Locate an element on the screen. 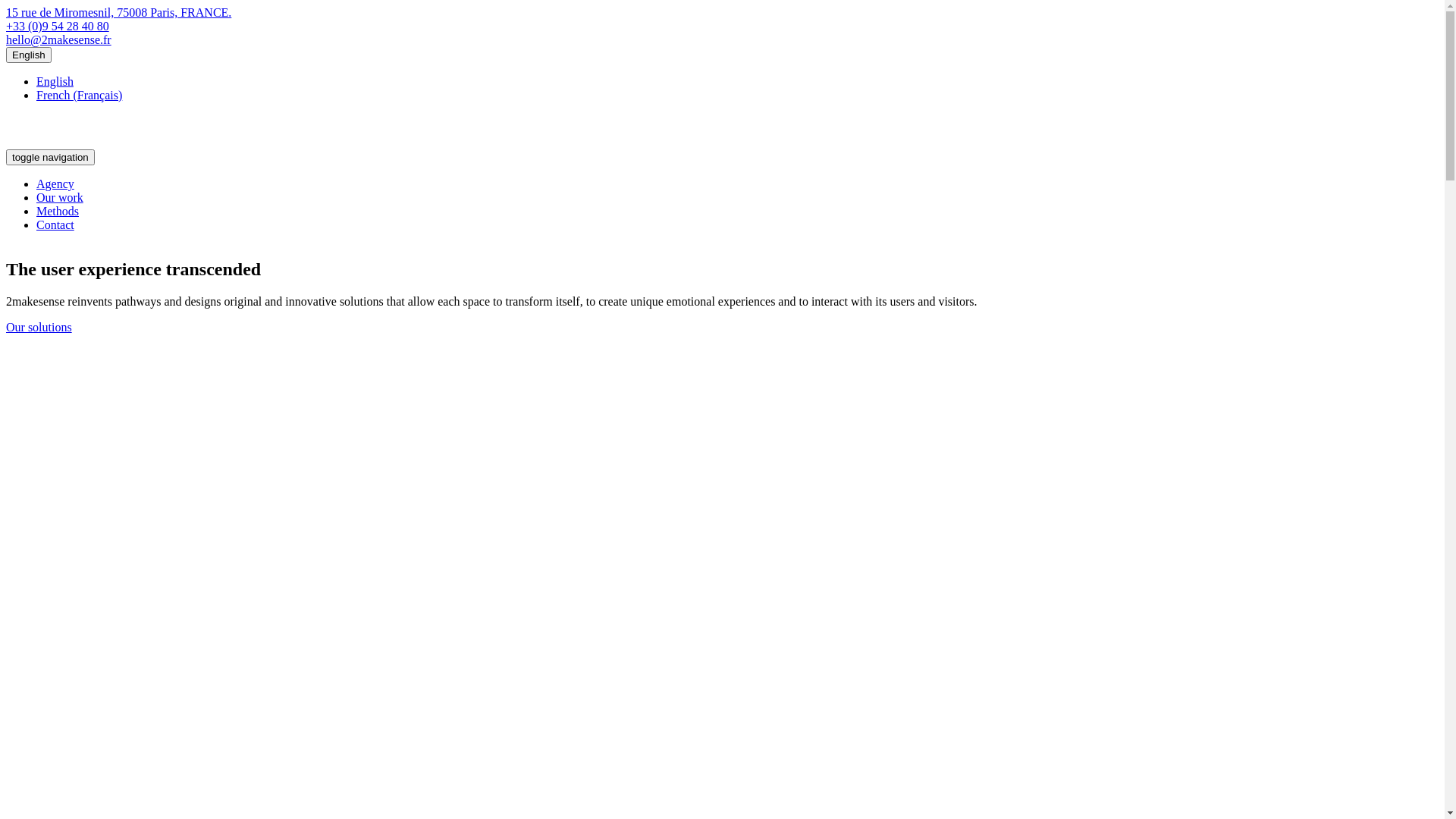 This screenshot has height=819, width=1456. 'toggle navigation' is located at coordinates (50, 157).